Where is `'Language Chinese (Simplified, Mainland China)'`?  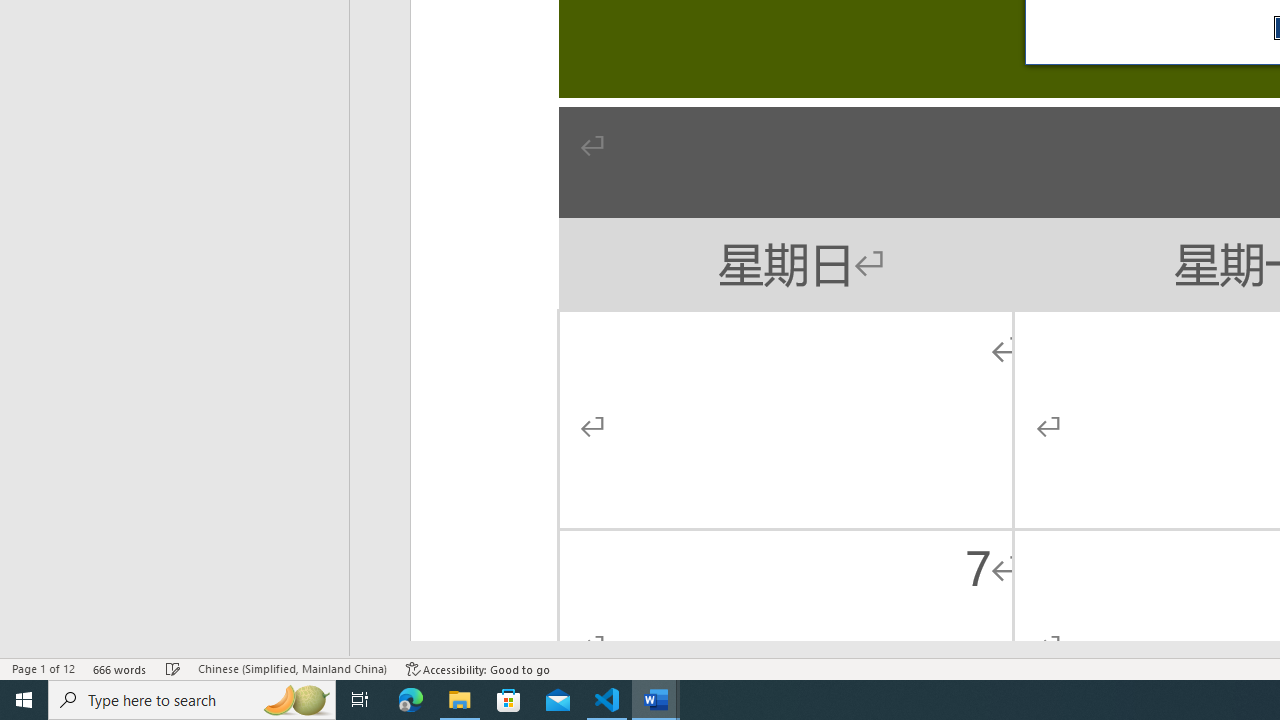
'Language Chinese (Simplified, Mainland China)' is located at coordinates (291, 669).